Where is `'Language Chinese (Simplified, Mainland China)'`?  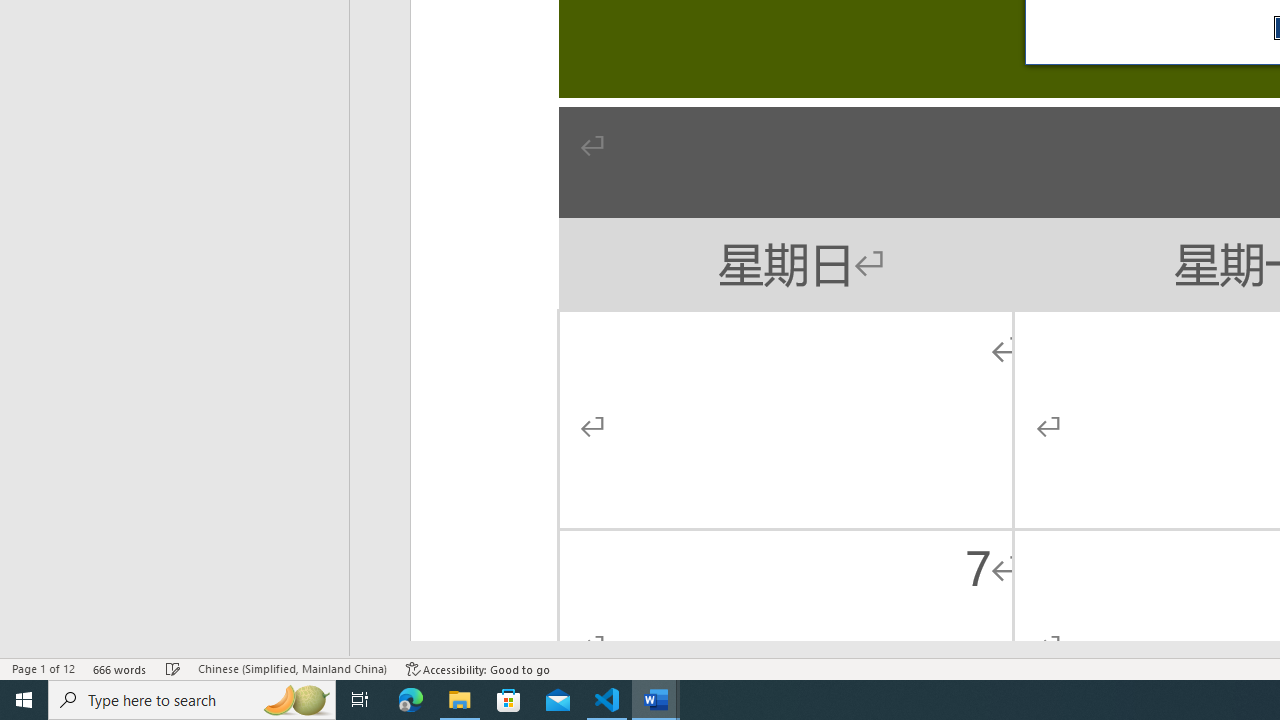
'Language Chinese (Simplified, Mainland China)' is located at coordinates (291, 669).